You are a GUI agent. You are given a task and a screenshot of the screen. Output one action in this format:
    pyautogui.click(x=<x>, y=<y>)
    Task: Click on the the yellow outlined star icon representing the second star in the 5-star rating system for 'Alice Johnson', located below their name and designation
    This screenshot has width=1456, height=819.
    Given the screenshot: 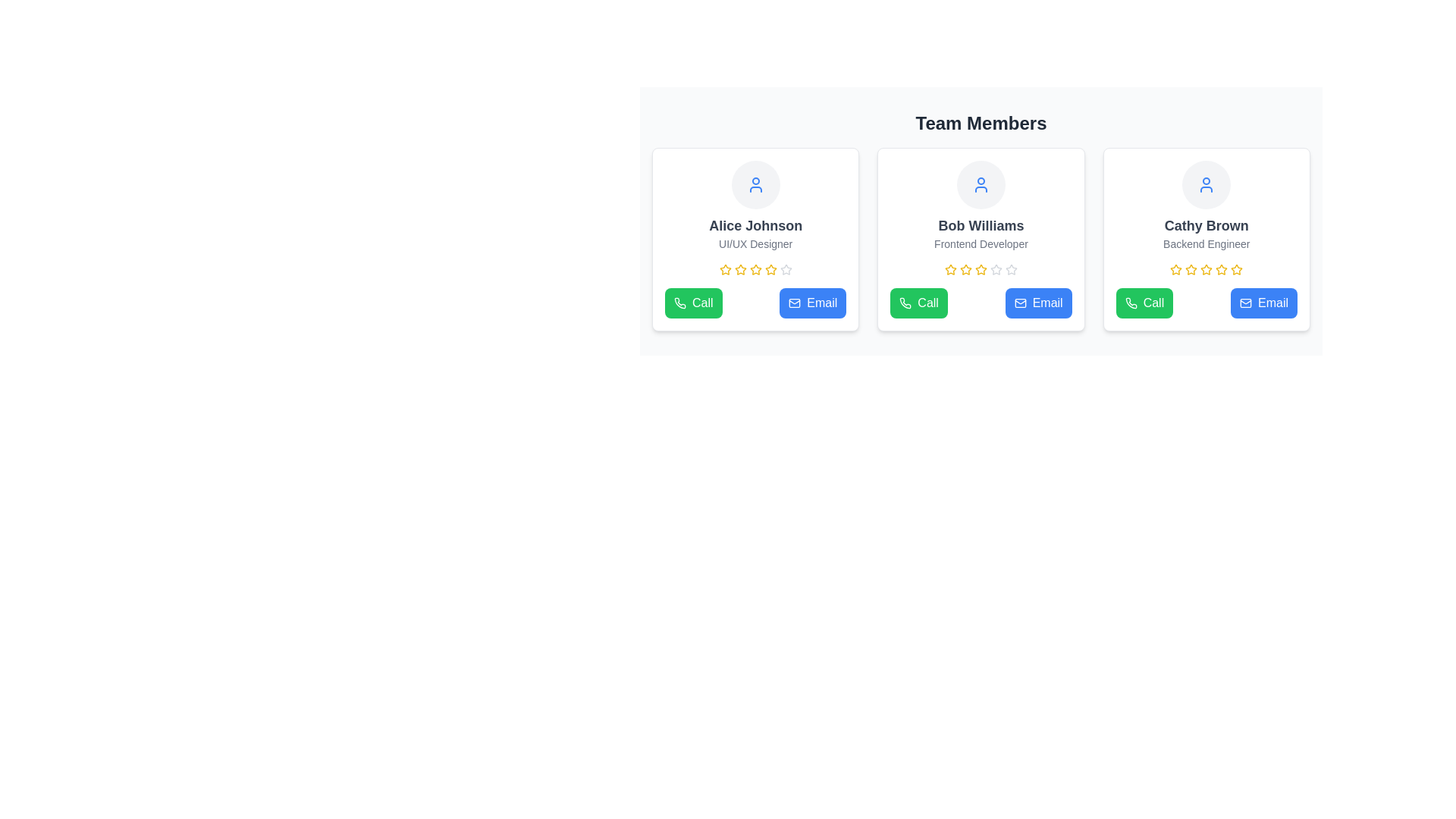 What is the action you would take?
    pyautogui.click(x=755, y=268)
    